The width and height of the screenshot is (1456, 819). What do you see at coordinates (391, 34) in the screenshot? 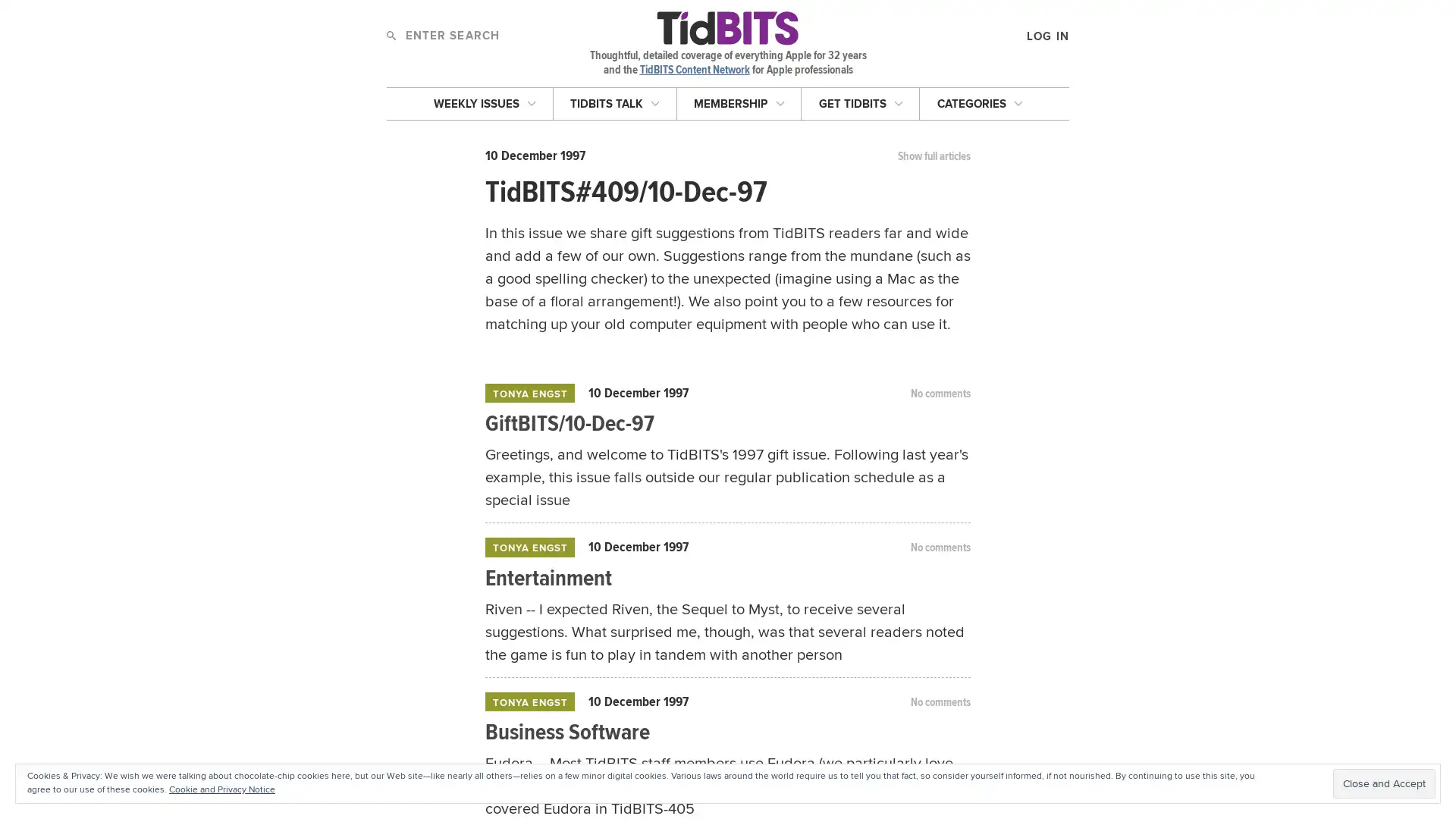
I see `Search` at bounding box center [391, 34].